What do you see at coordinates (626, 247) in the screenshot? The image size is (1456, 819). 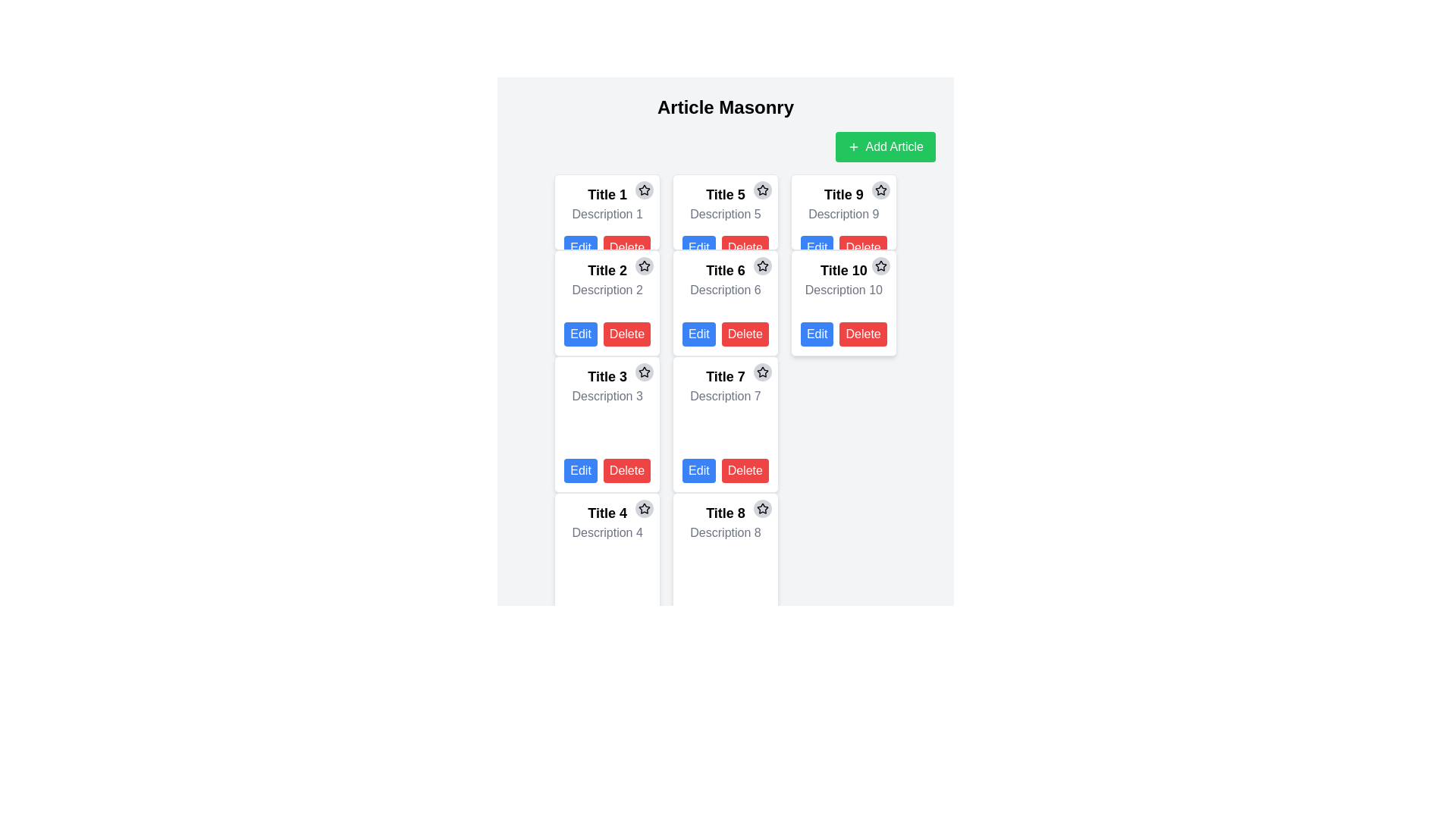 I see `the red 'Delete' button with white text, located at the bottom right of the card labeled 'Title 1', to invoke its delete function` at bounding box center [626, 247].